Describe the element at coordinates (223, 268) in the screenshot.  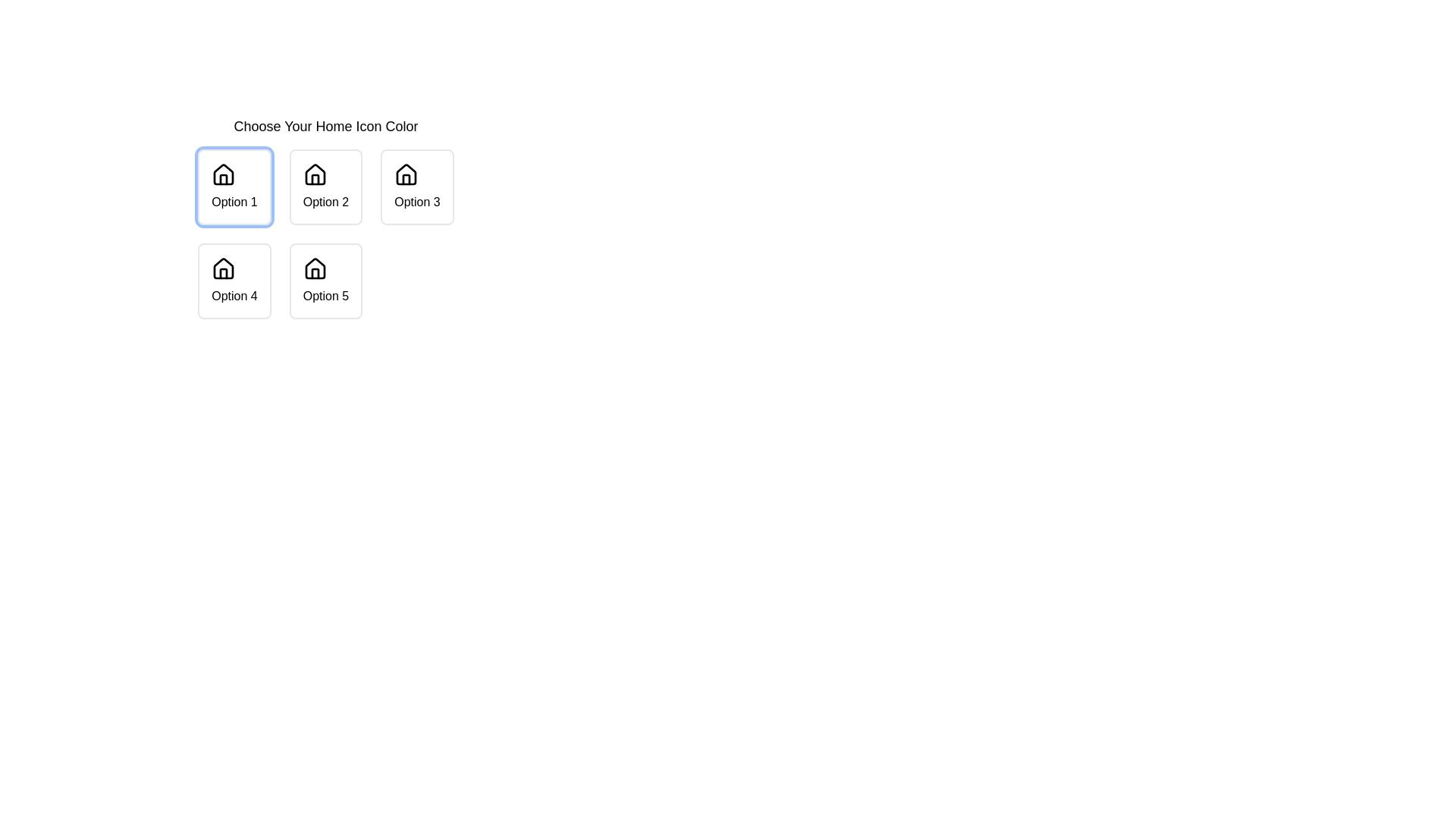
I see `the house icon located in the first row and first column of the 3x2 grid layout, which serves as a navigation element` at that location.